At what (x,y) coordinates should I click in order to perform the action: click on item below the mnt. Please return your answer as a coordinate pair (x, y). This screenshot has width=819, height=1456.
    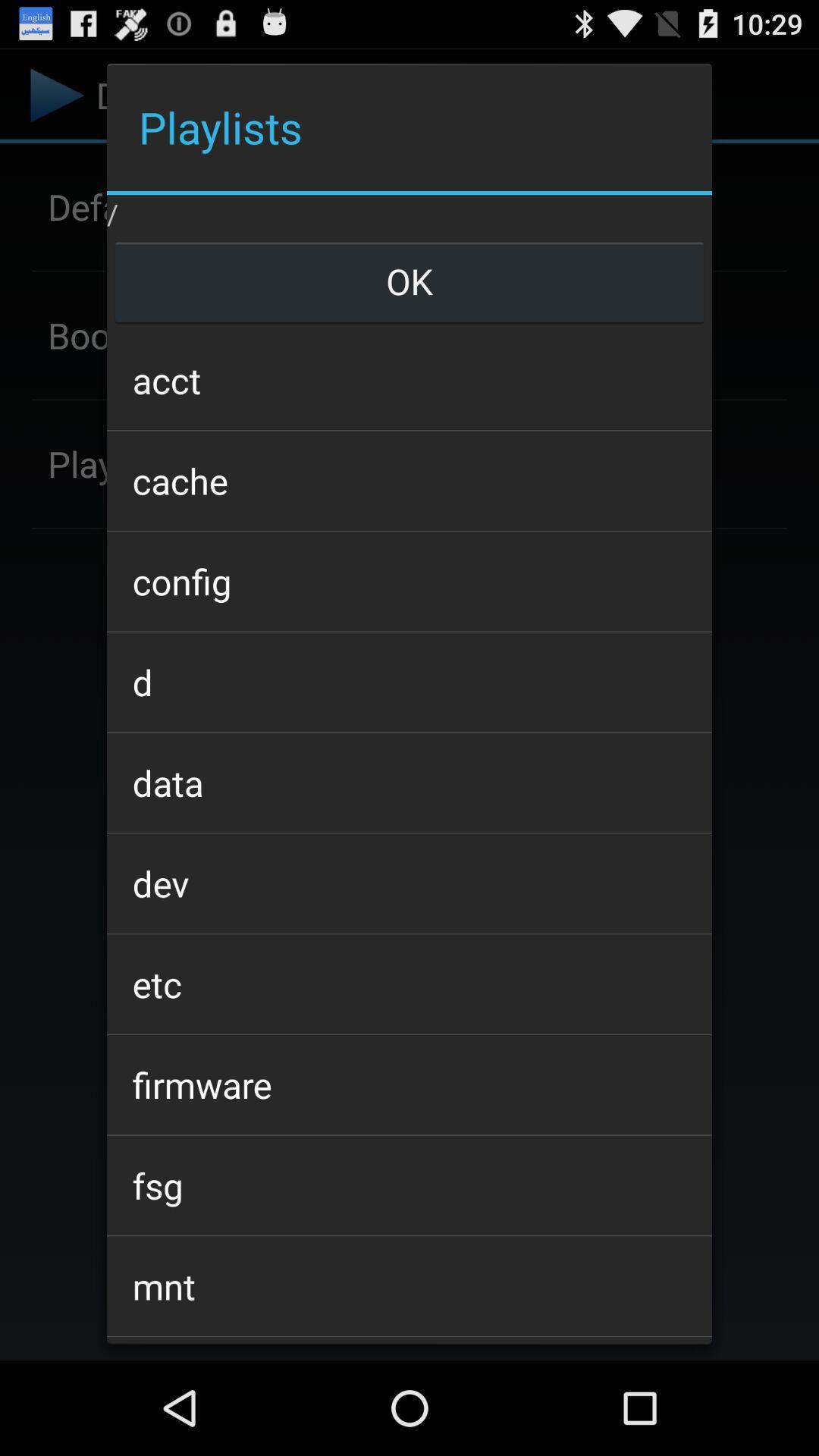
    Looking at the image, I should click on (409, 1341).